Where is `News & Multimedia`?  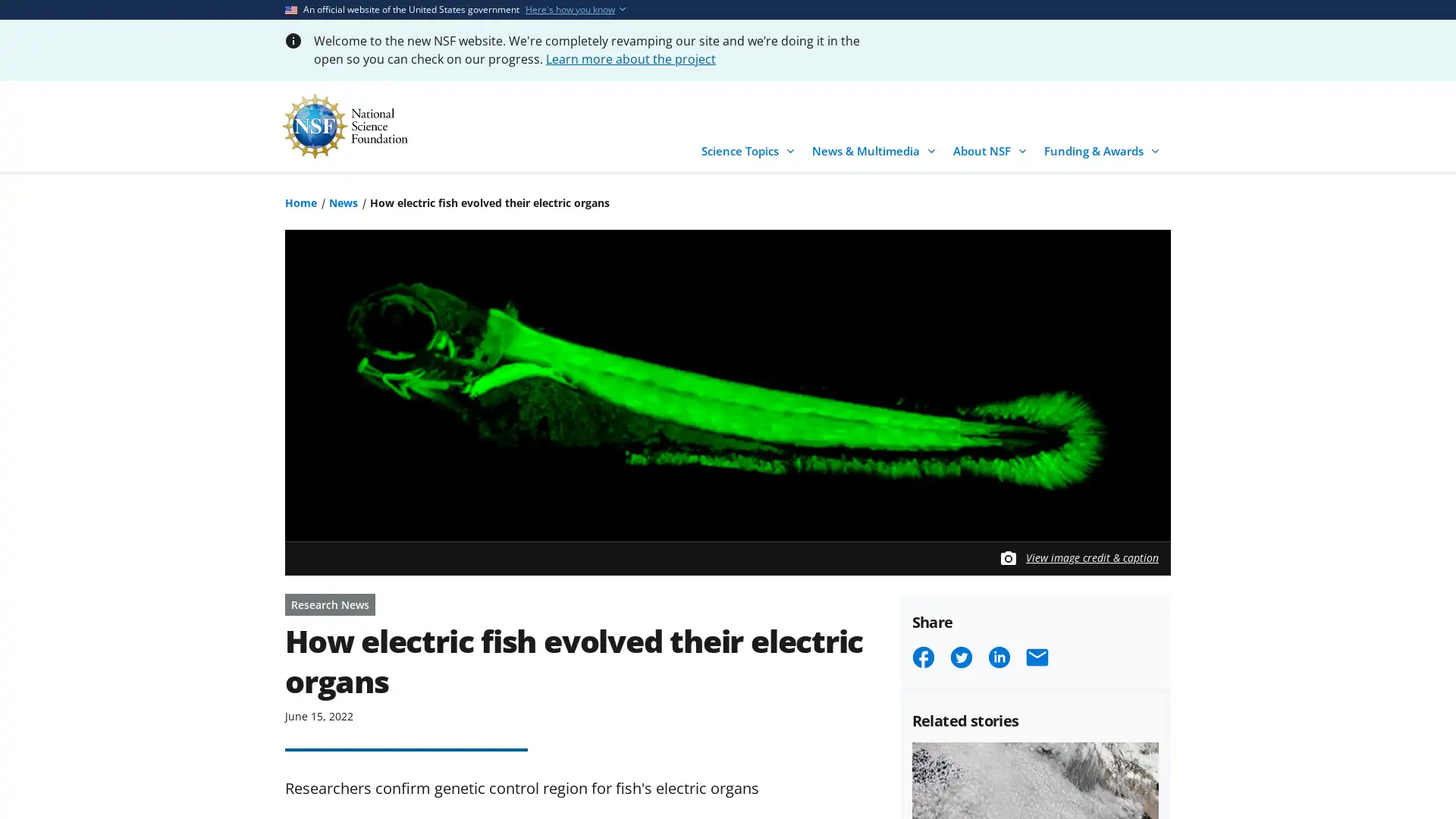
News & Multimedia is located at coordinates (877, 146).